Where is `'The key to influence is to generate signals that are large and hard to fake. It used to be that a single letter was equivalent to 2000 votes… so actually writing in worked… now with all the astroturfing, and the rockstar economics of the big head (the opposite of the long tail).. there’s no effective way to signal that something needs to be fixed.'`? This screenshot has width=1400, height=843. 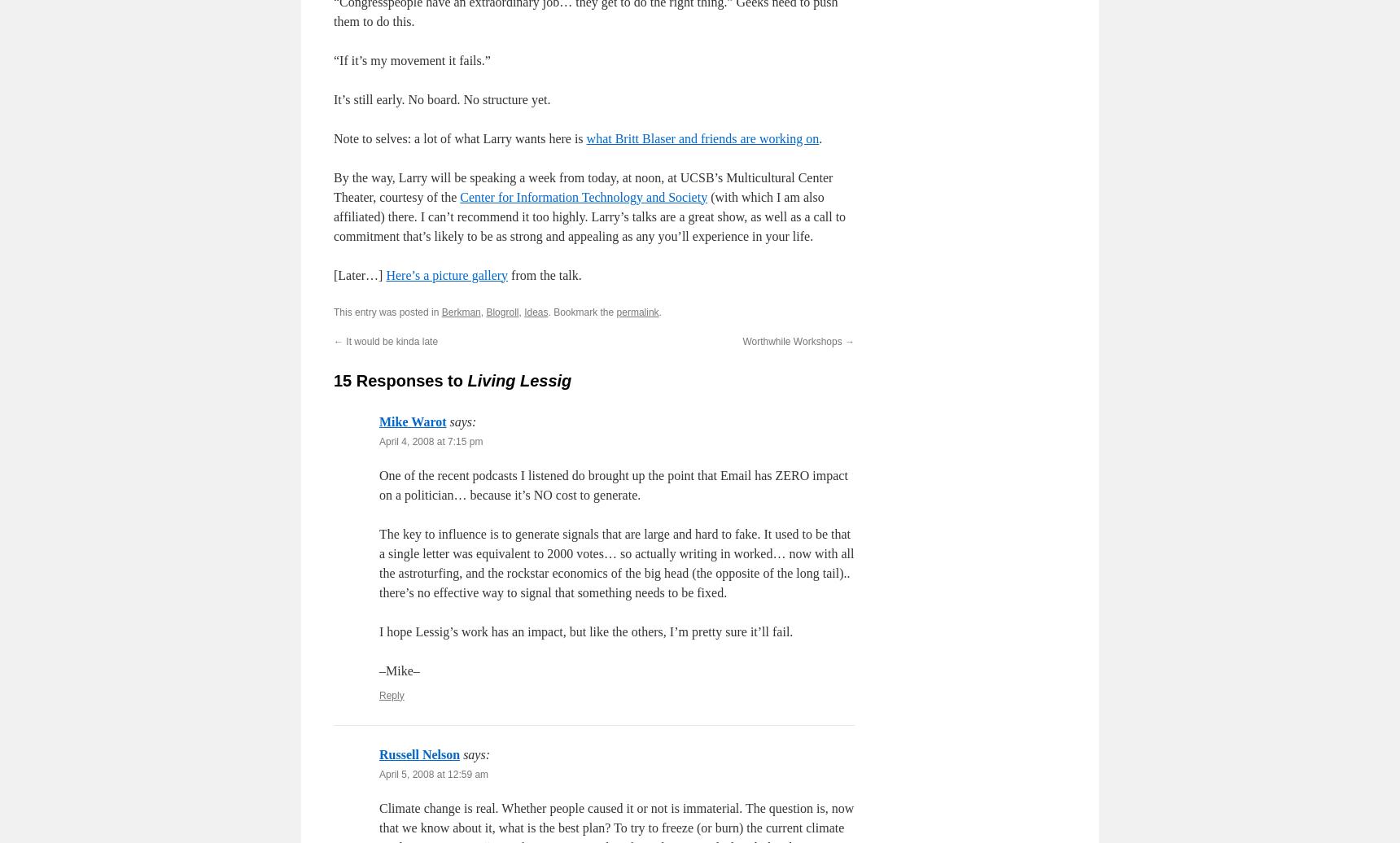
'The key to influence is to generate signals that are large and hard to fake. It used to be that a single letter was equivalent to 2000 votes… so actually writing in worked… now with all the astroturfing, and the rockstar economics of the big head (the opposite of the long tail).. there’s no effective way to signal that something needs to be fixed.' is located at coordinates (615, 562).